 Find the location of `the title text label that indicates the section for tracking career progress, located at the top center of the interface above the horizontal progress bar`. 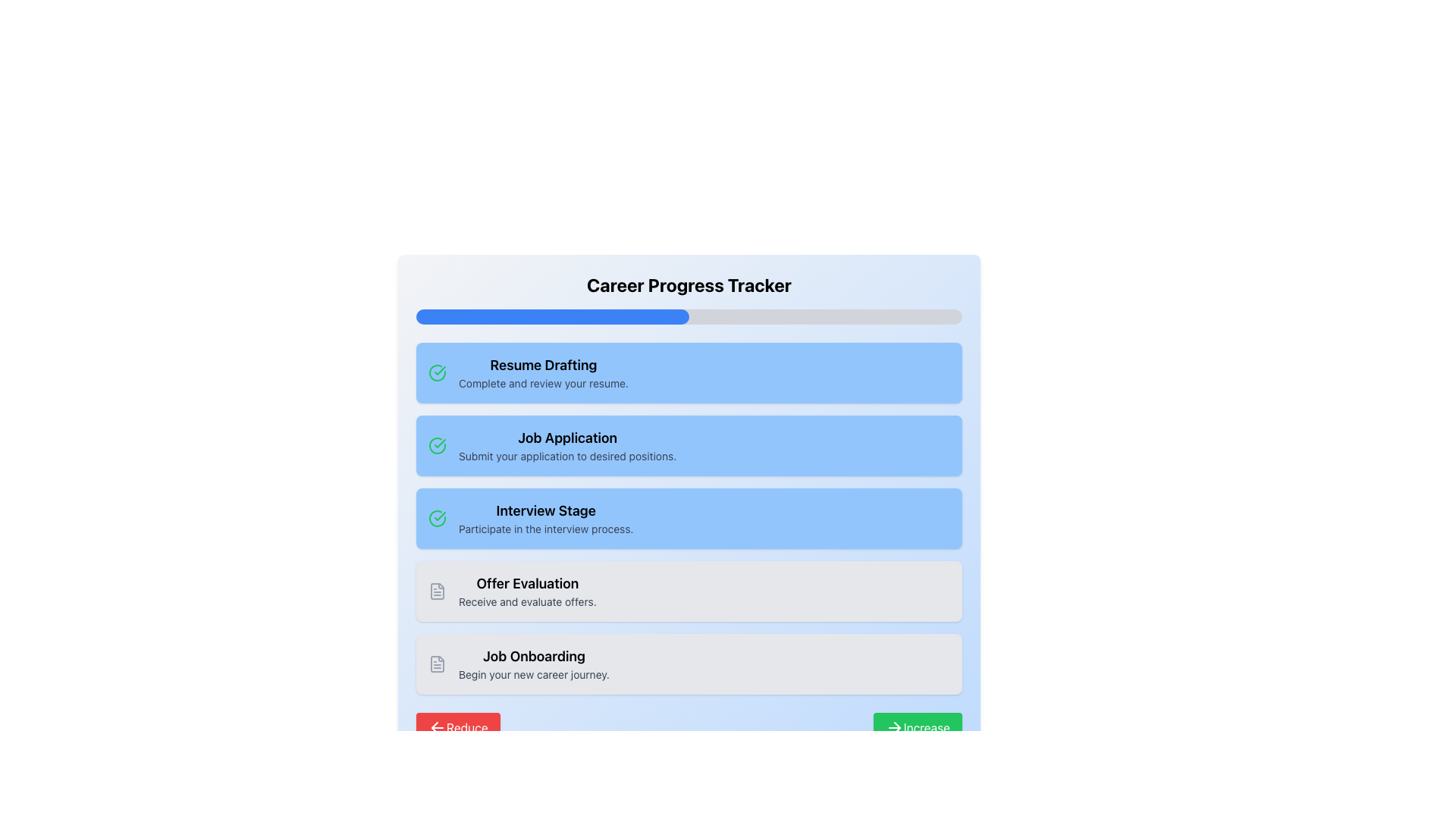

the title text label that indicates the section for tracking career progress, located at the top center of the interface above the horizontal progress bar is located at coordinates (688, 284).